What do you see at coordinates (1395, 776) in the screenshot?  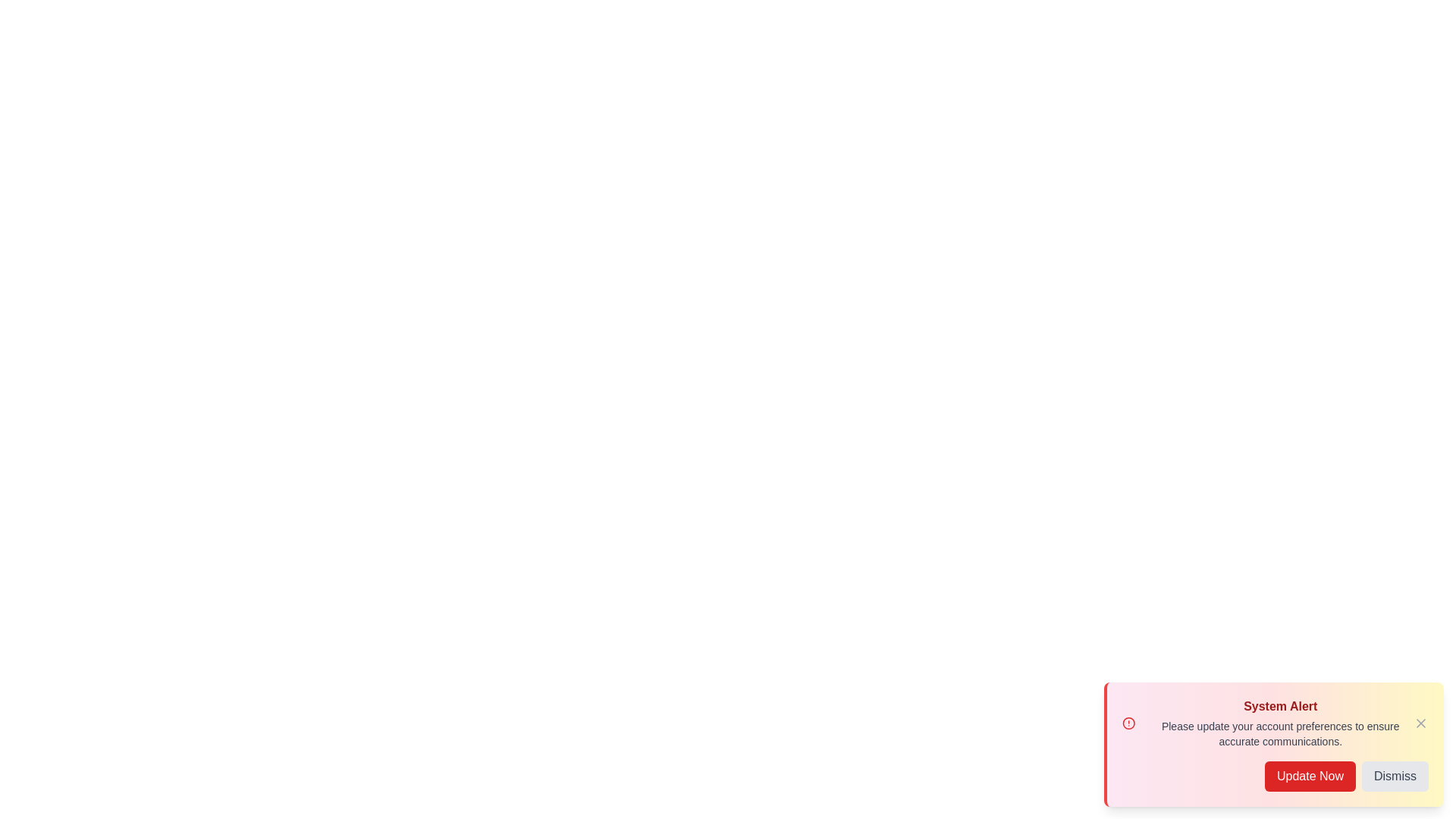 I see `the 'Dismiss' button to hide the alert` at bounding box center [1395, 776].